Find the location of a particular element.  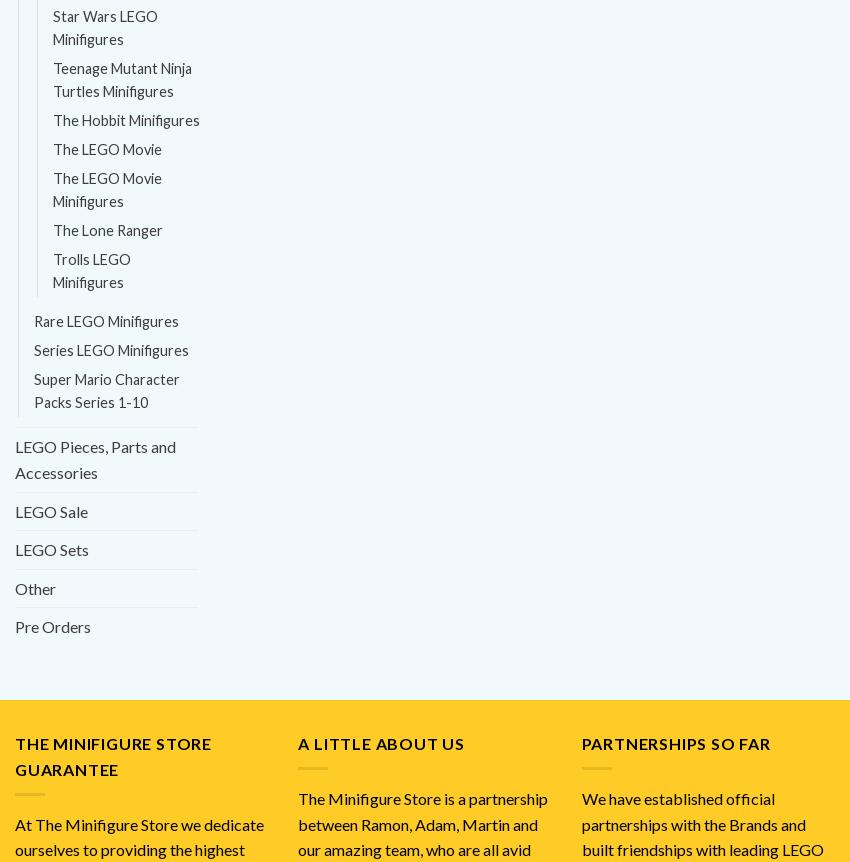

'Rare LEGO Minifigures' is located at coordinates (33, 321).